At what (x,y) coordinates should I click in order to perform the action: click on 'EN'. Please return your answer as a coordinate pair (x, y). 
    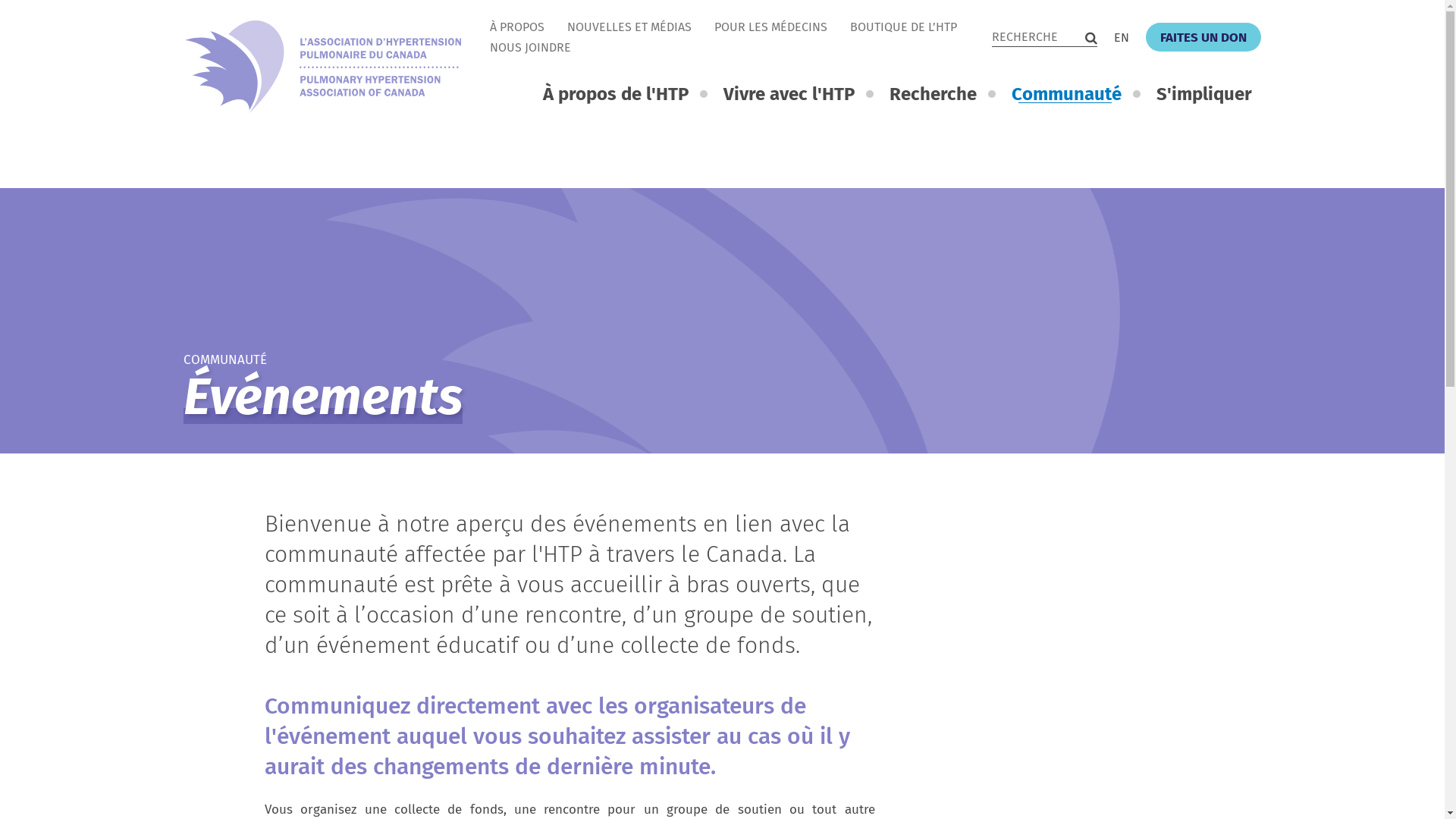
    Looking at the image, I should click on (1129, 36).